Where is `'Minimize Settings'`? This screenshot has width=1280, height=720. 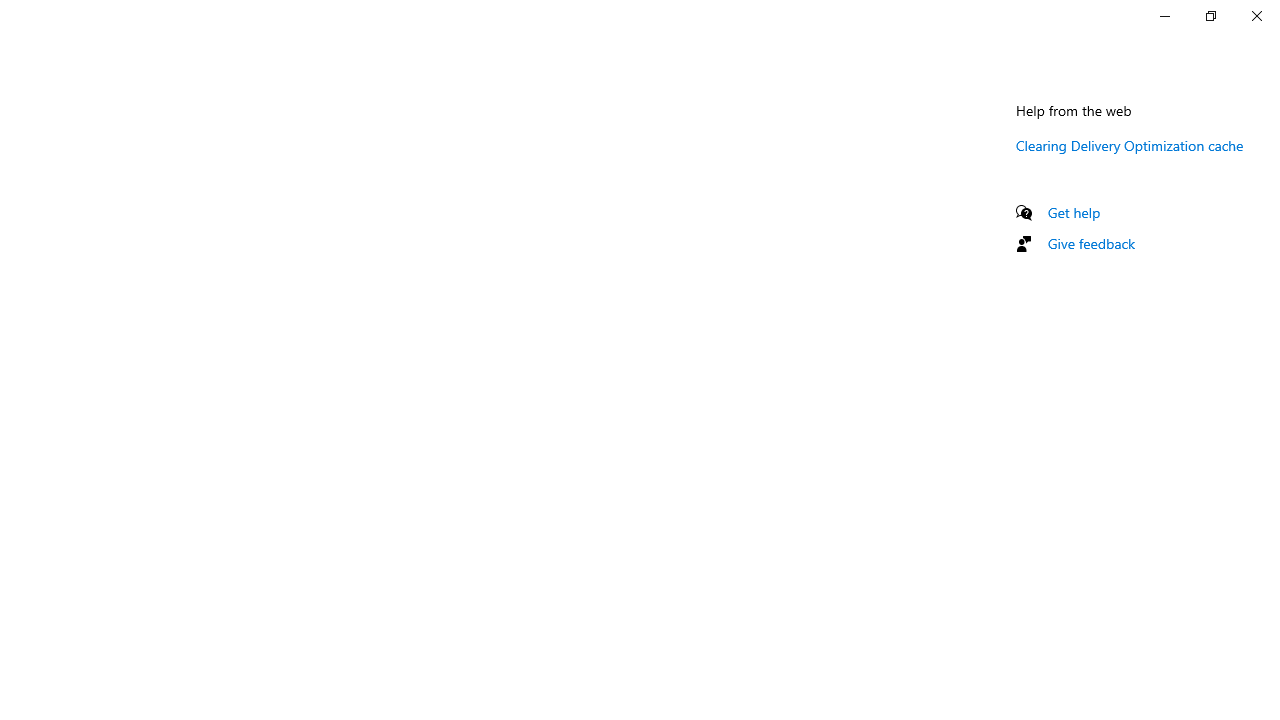
'Minimize Settings' is located at coordinates (1164, 15).